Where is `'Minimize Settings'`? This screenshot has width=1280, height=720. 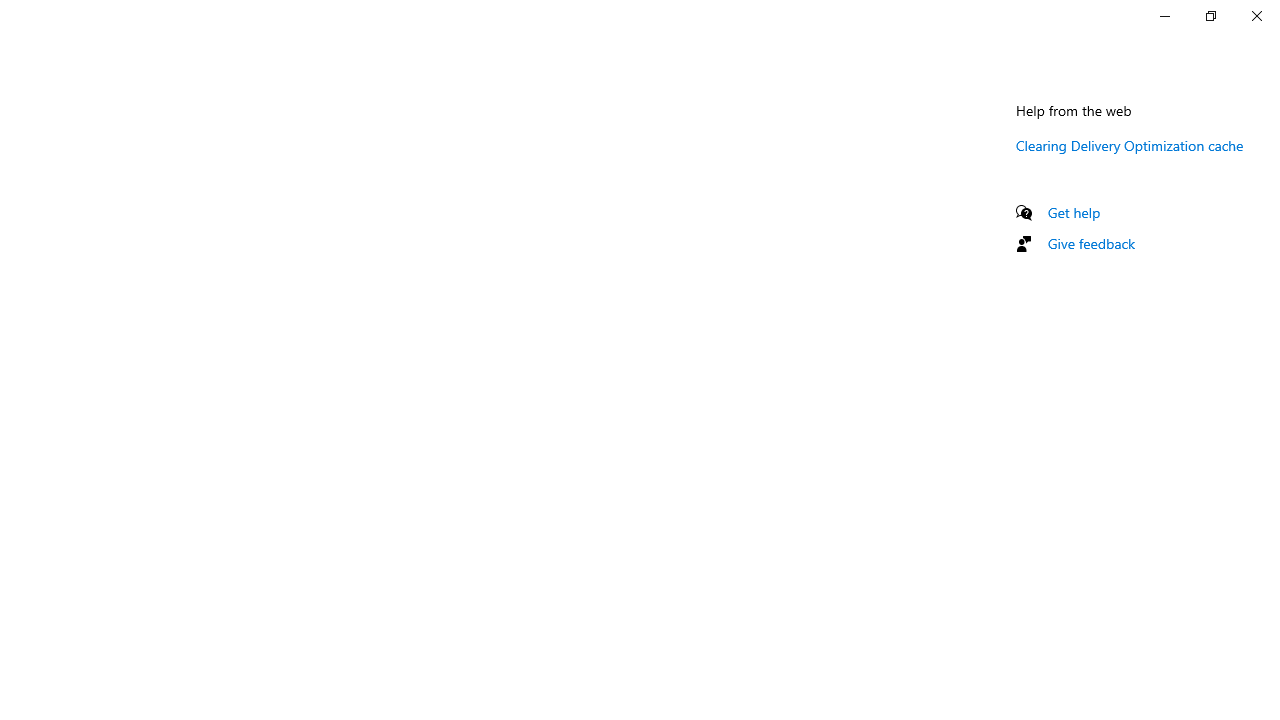
'Minimize Settings' is located at coordinates (1164, 15).